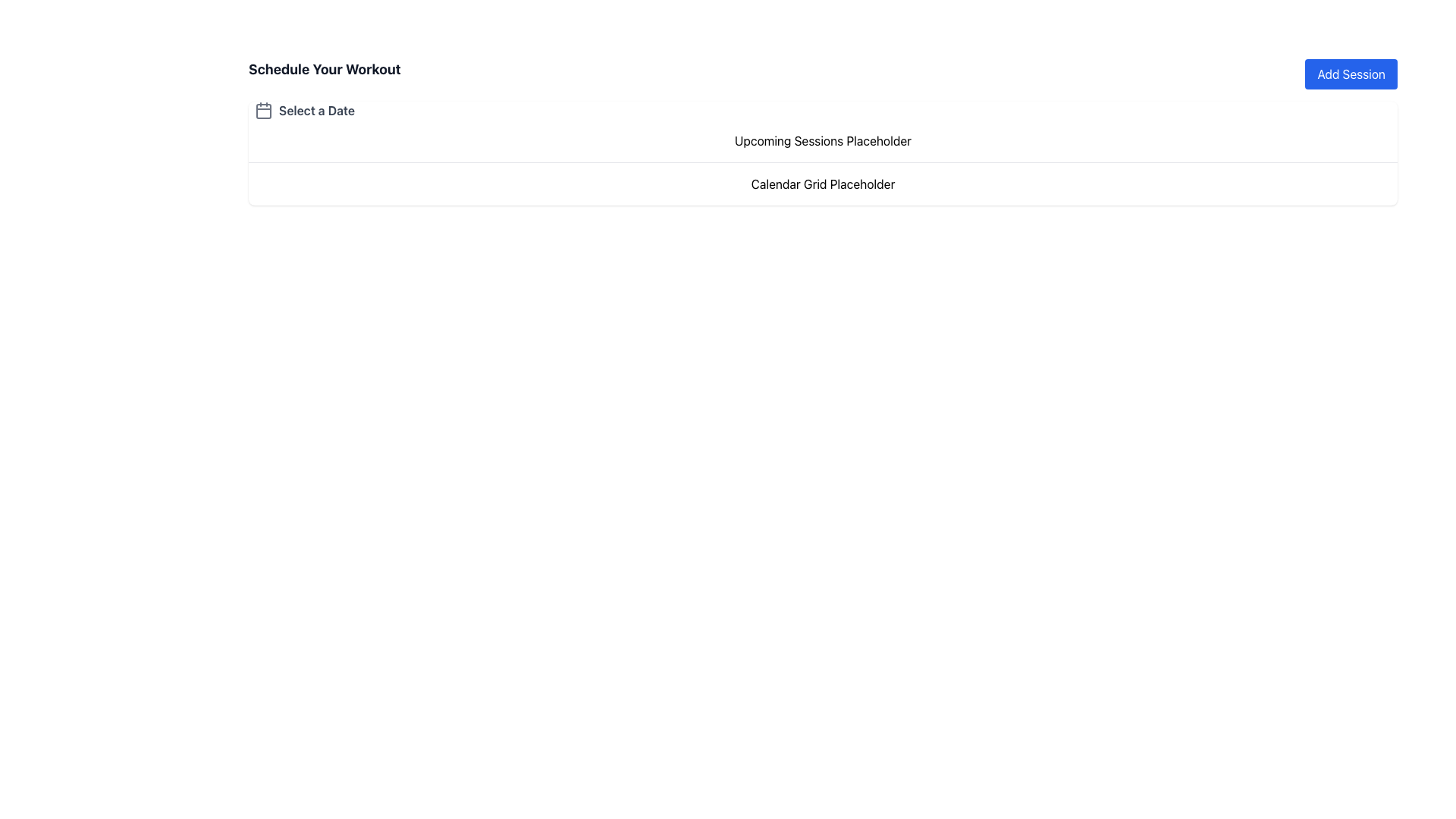 The width and height of the screenshot is (1456, 819). Describe the element at coordinates (263, 110) in the screenshot. I see `the inner rectangle of the calendar icon, which is located to the left of the 'Select a Date' text` at that location.